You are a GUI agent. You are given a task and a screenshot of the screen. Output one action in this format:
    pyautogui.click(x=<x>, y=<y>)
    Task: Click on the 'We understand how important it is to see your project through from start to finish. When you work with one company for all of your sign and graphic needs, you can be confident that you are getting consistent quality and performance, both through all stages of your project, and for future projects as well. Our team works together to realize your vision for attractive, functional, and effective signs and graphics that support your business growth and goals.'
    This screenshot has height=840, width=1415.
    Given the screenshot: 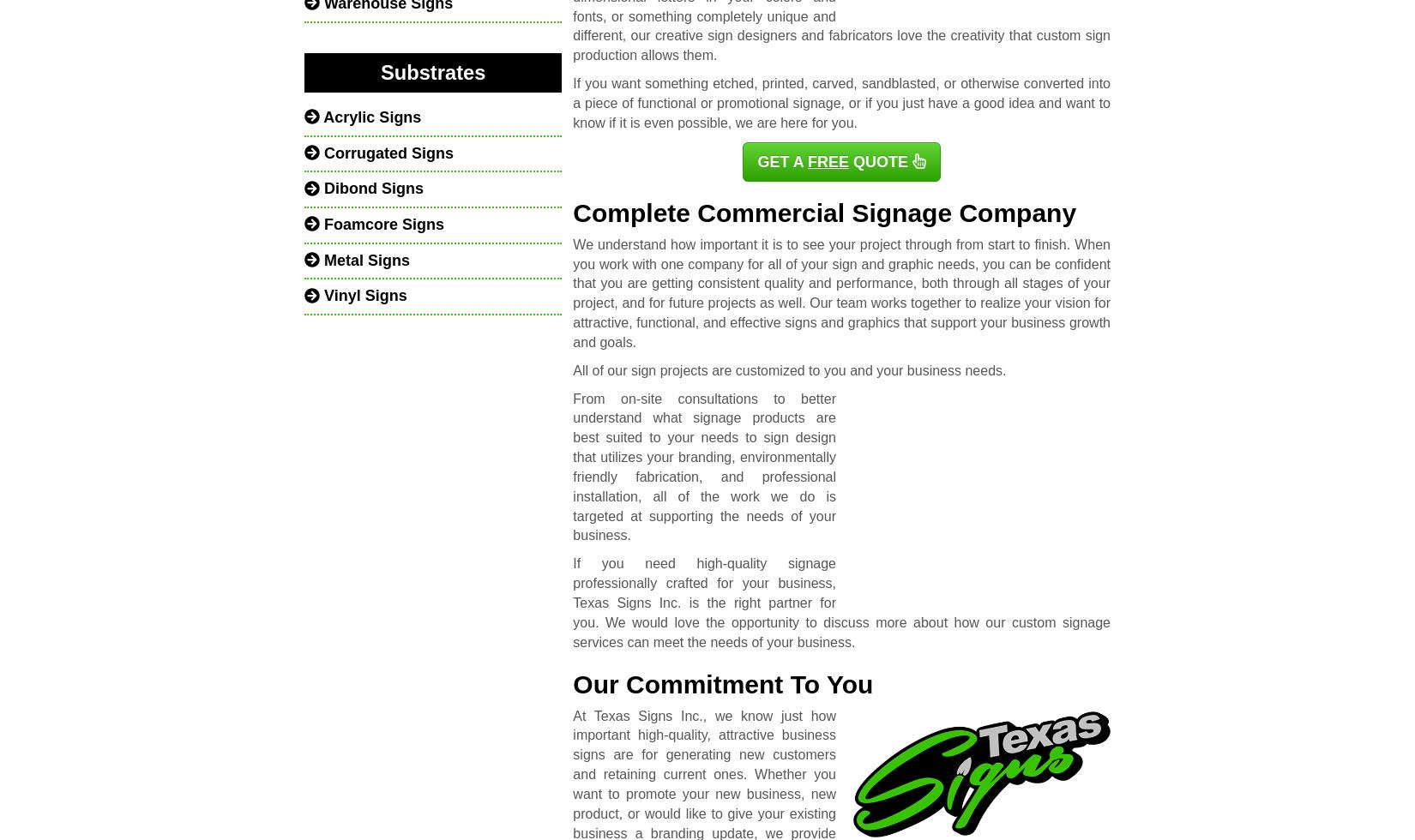 What is the action you would take?
    pyautogui.click(x=840, y=292)
    